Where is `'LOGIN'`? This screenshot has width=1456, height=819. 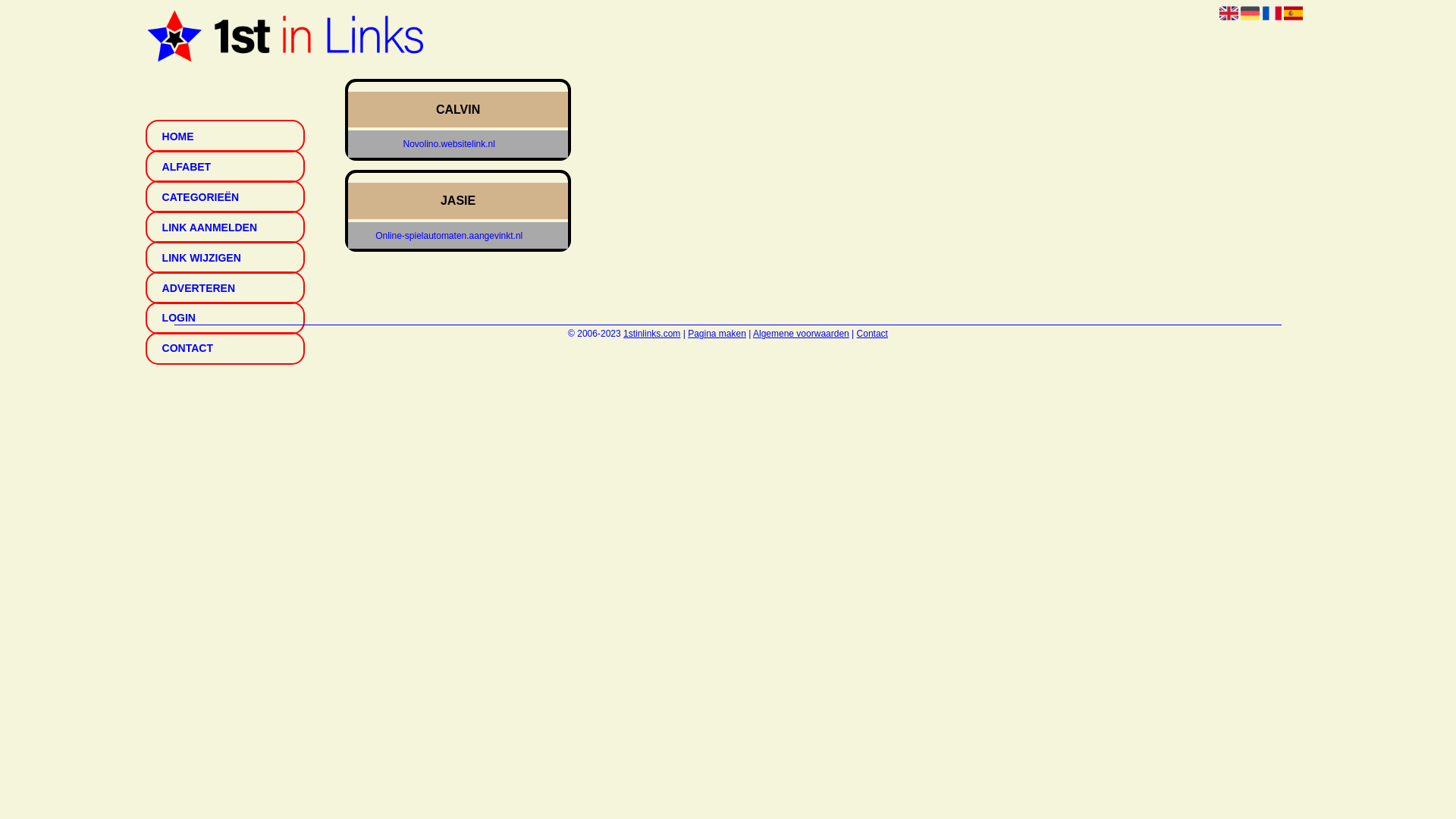 'LOGIN' is located at coordinates (224, 317).